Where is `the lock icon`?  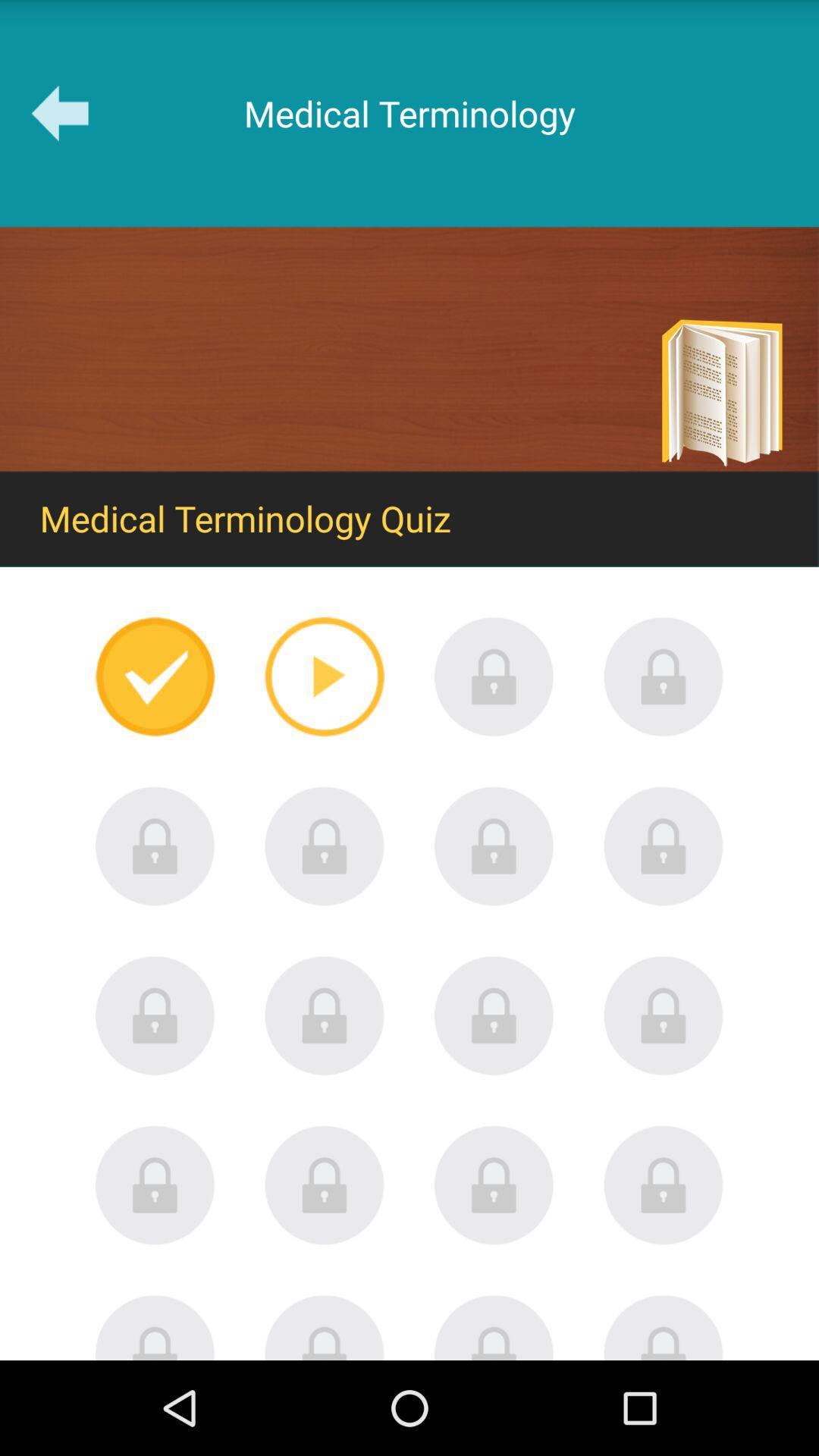
the lock icon is located at coordinates (663, 723).